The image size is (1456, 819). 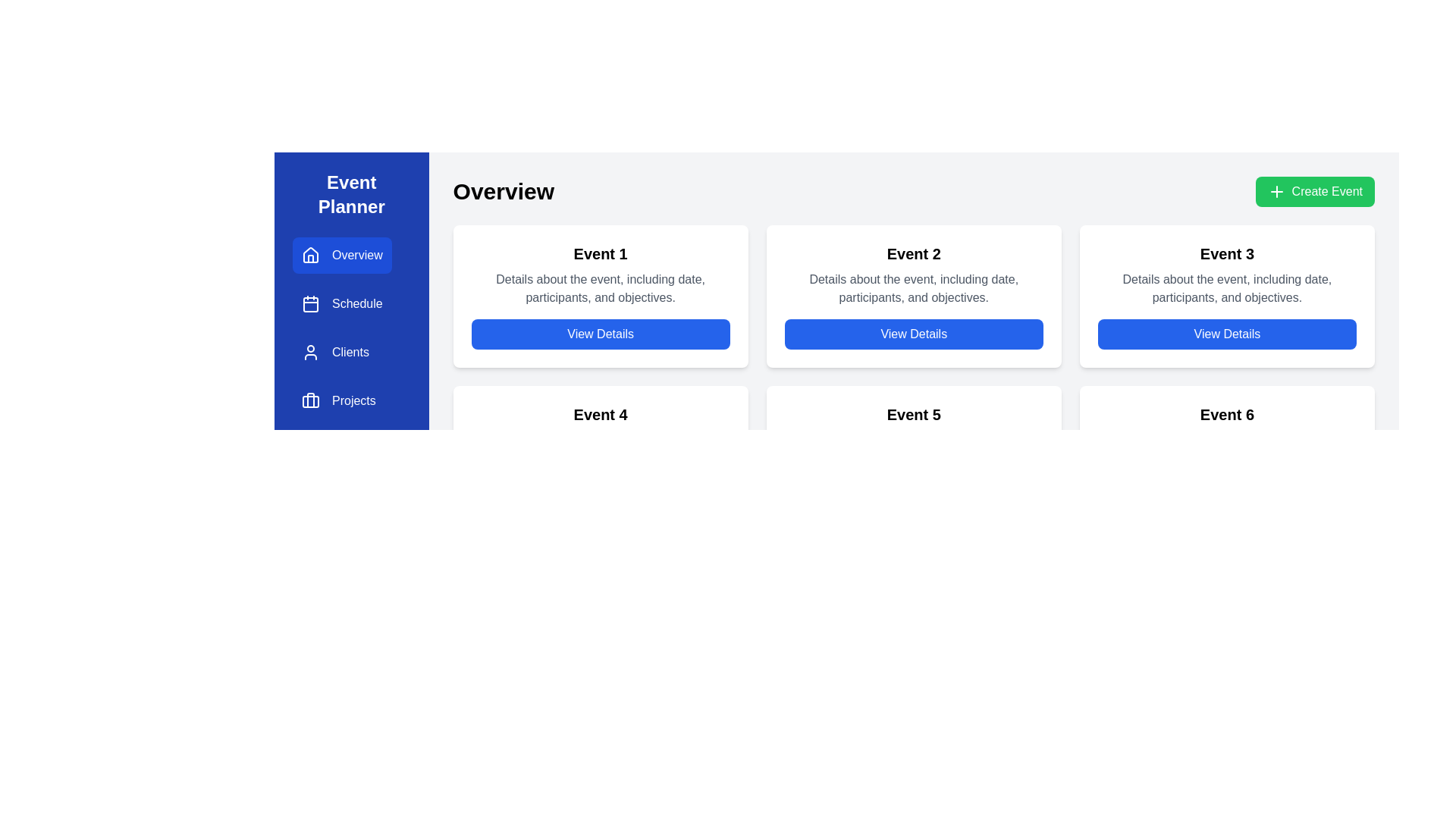 I want to click on the 'Clients' menu item in the sidebar, which is the third item from the top, so click(x=341, y=353).